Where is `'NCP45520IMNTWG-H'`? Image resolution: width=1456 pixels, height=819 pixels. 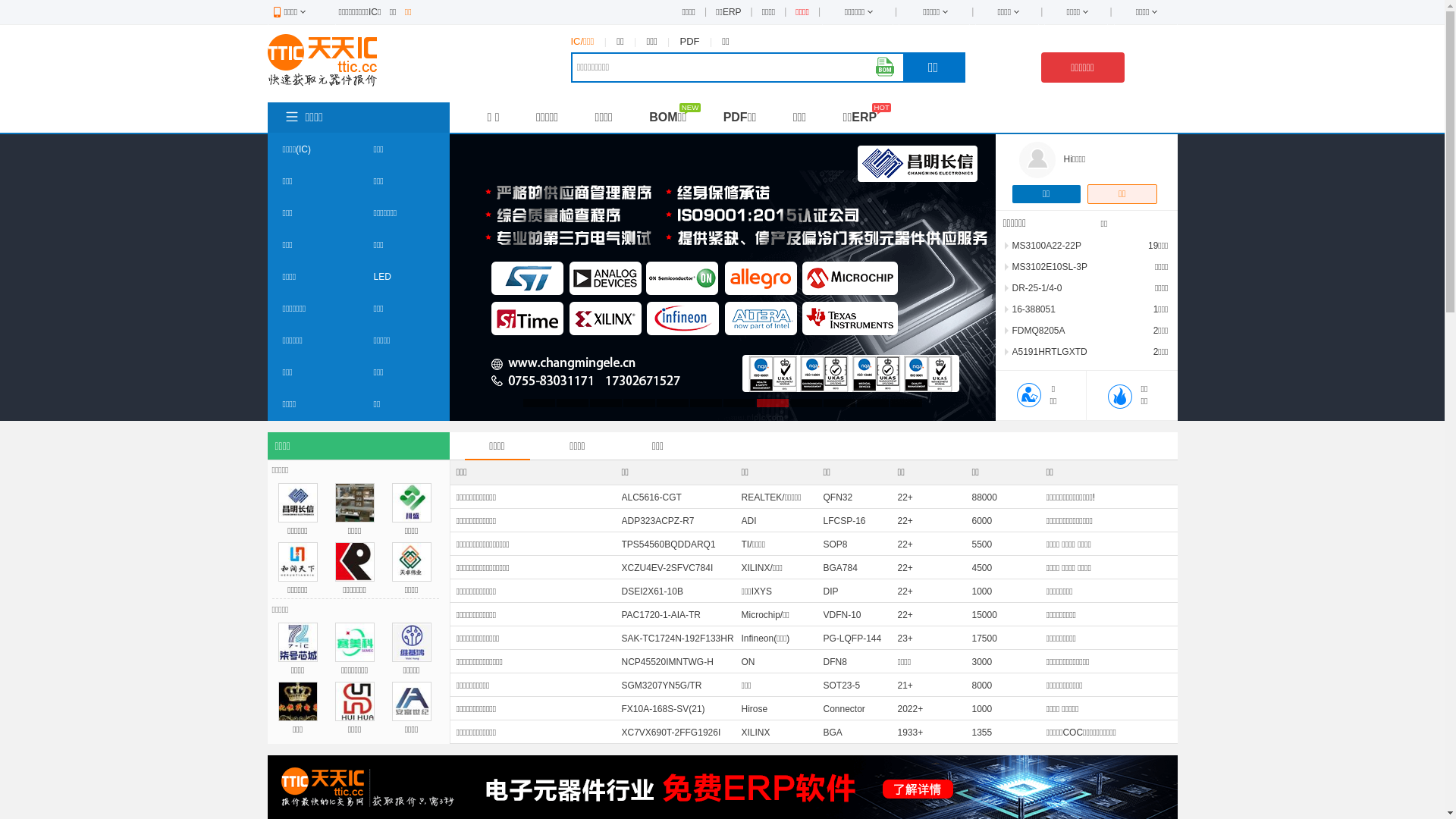
'NCP45520IMNTWG-H' is located at coordinates (667, 661).